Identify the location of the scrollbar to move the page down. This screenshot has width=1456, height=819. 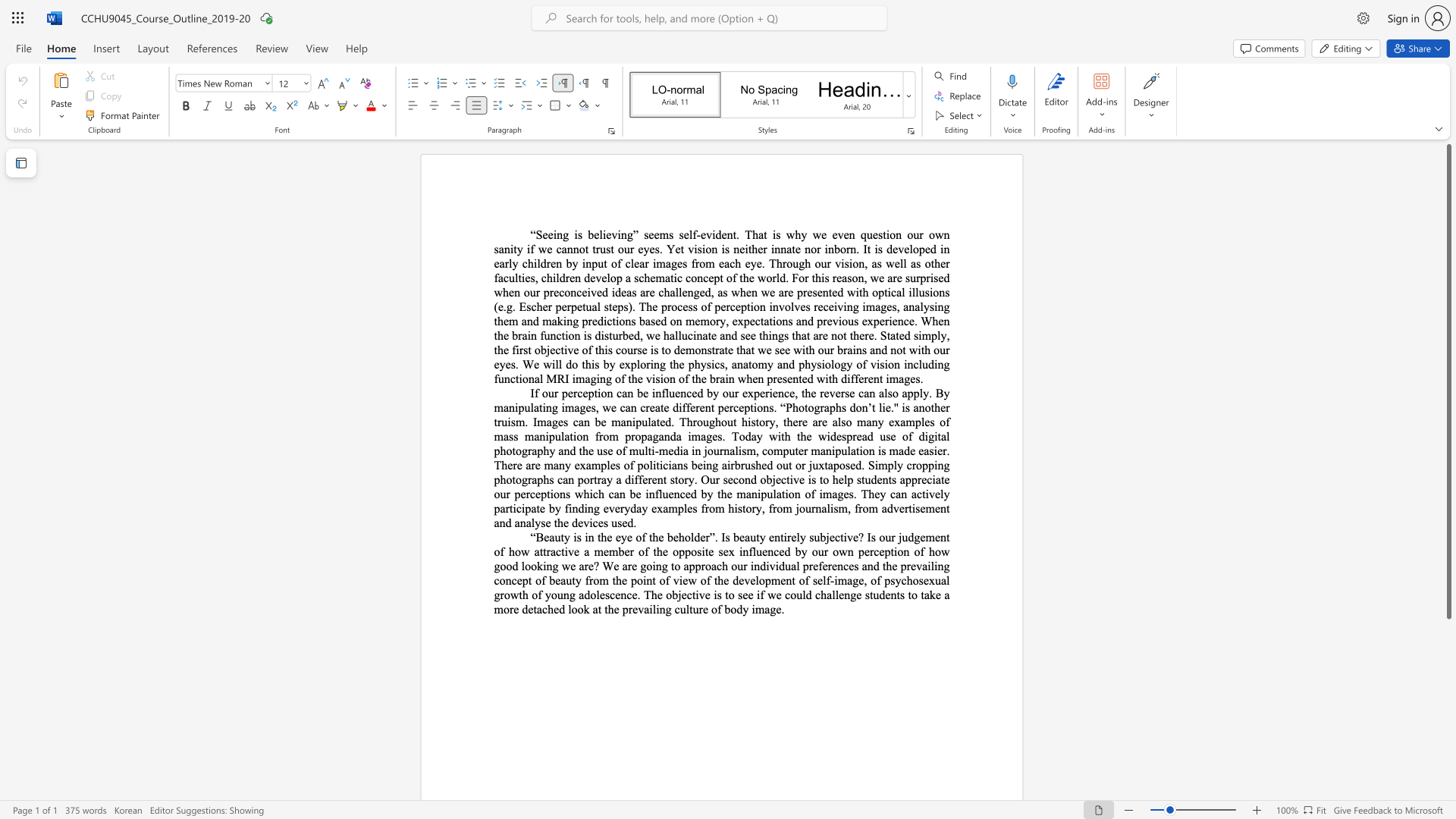
(1448, 727).